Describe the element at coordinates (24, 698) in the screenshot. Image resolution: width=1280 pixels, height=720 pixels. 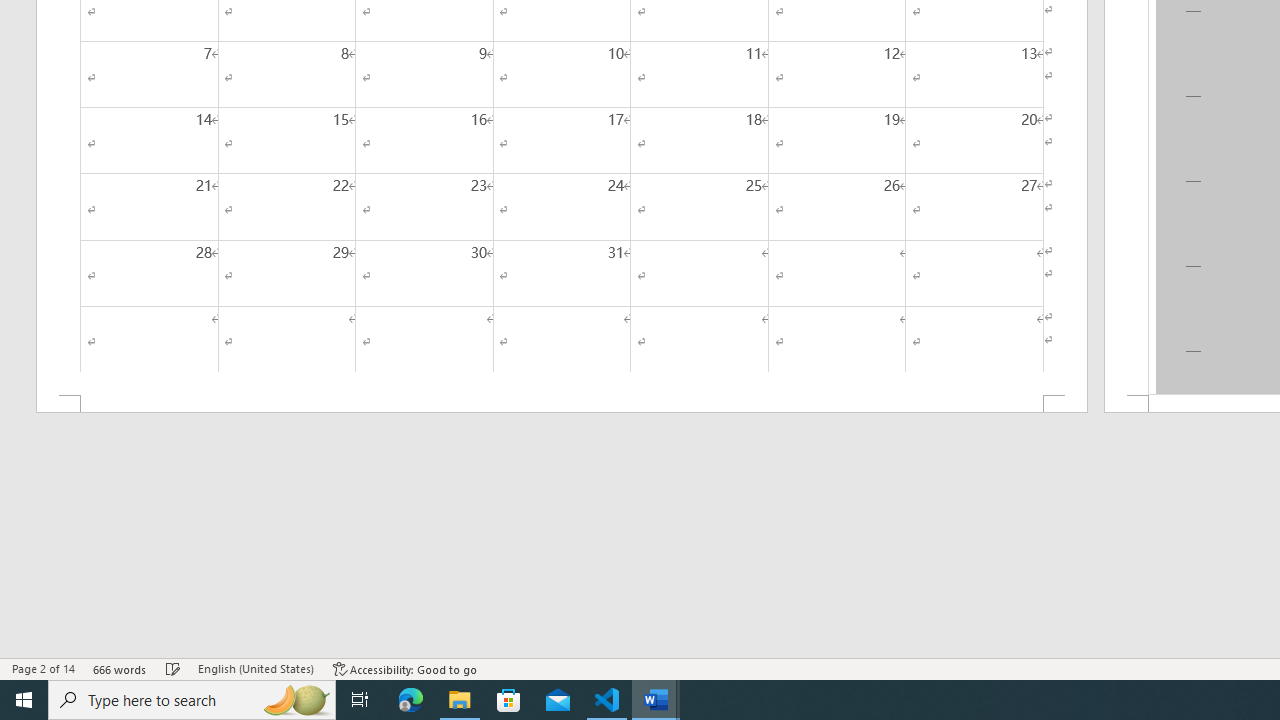
I see `'Start'` at that location.